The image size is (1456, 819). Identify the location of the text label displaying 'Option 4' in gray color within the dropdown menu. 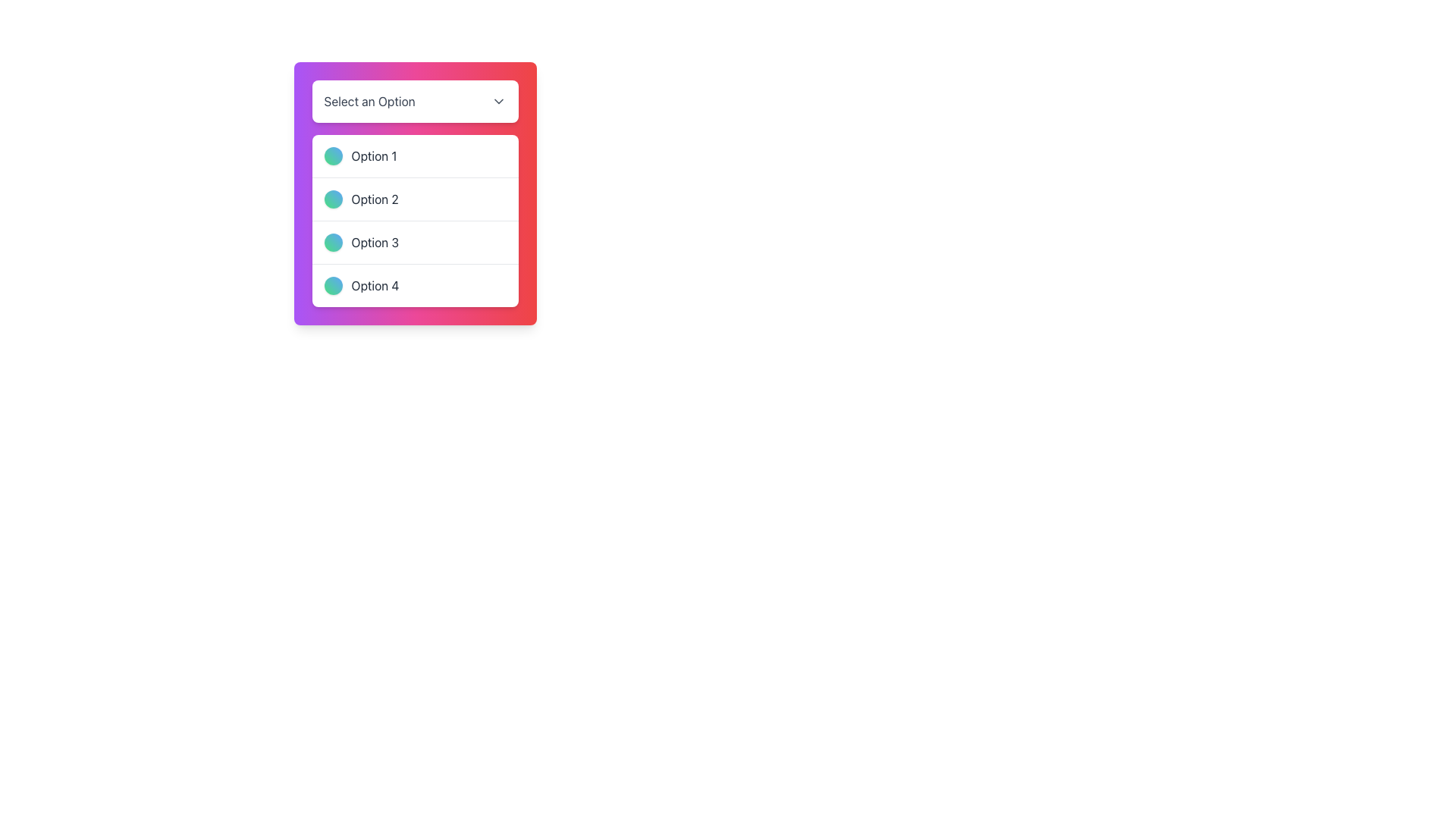
(375, 286).